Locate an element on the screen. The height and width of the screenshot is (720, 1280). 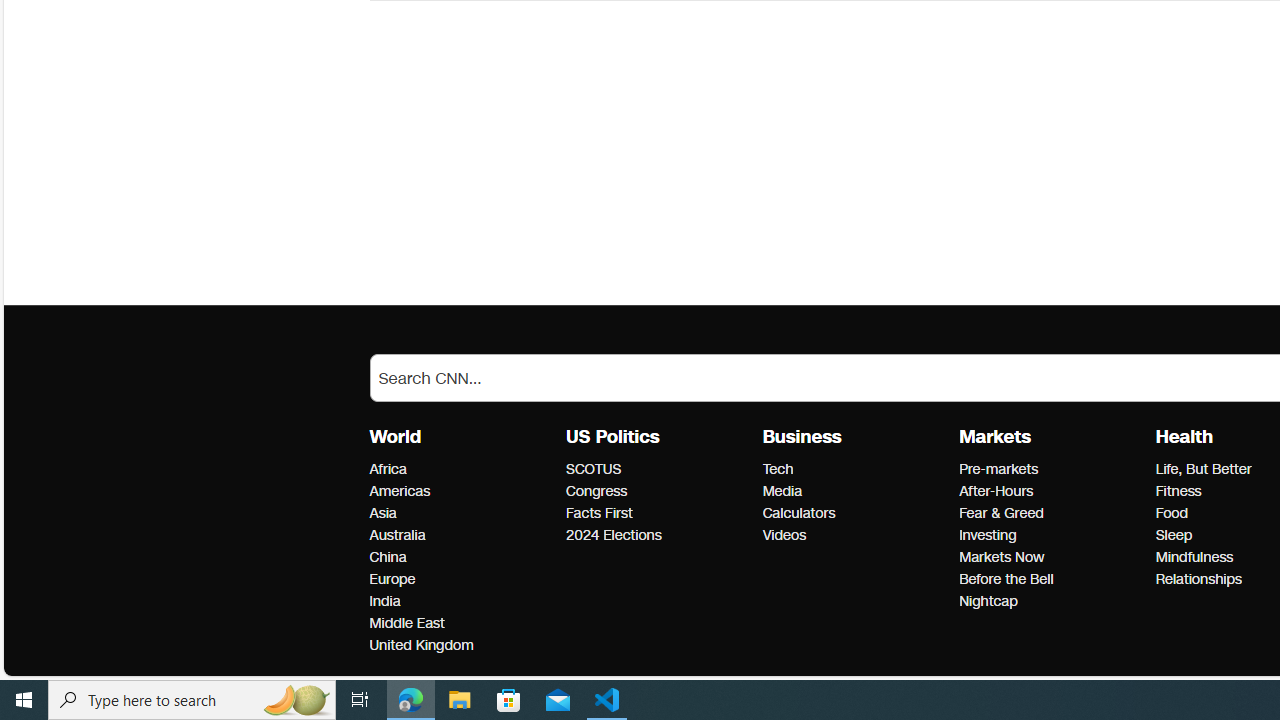
'Business Calculators' is located at coordinates (797, 512).